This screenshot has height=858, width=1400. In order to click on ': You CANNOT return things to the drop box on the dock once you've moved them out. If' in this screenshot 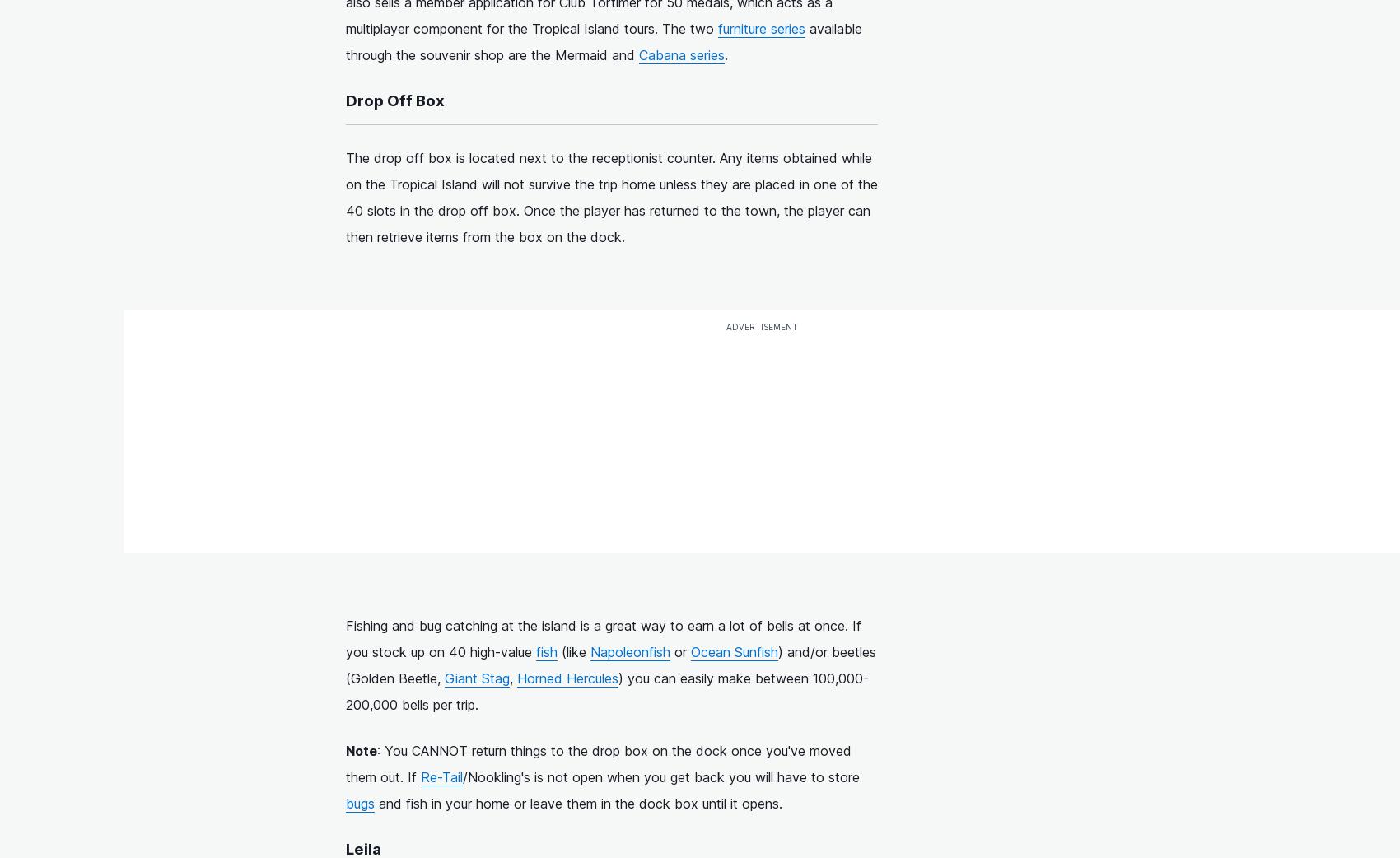, I will do `click(598, 762)`.